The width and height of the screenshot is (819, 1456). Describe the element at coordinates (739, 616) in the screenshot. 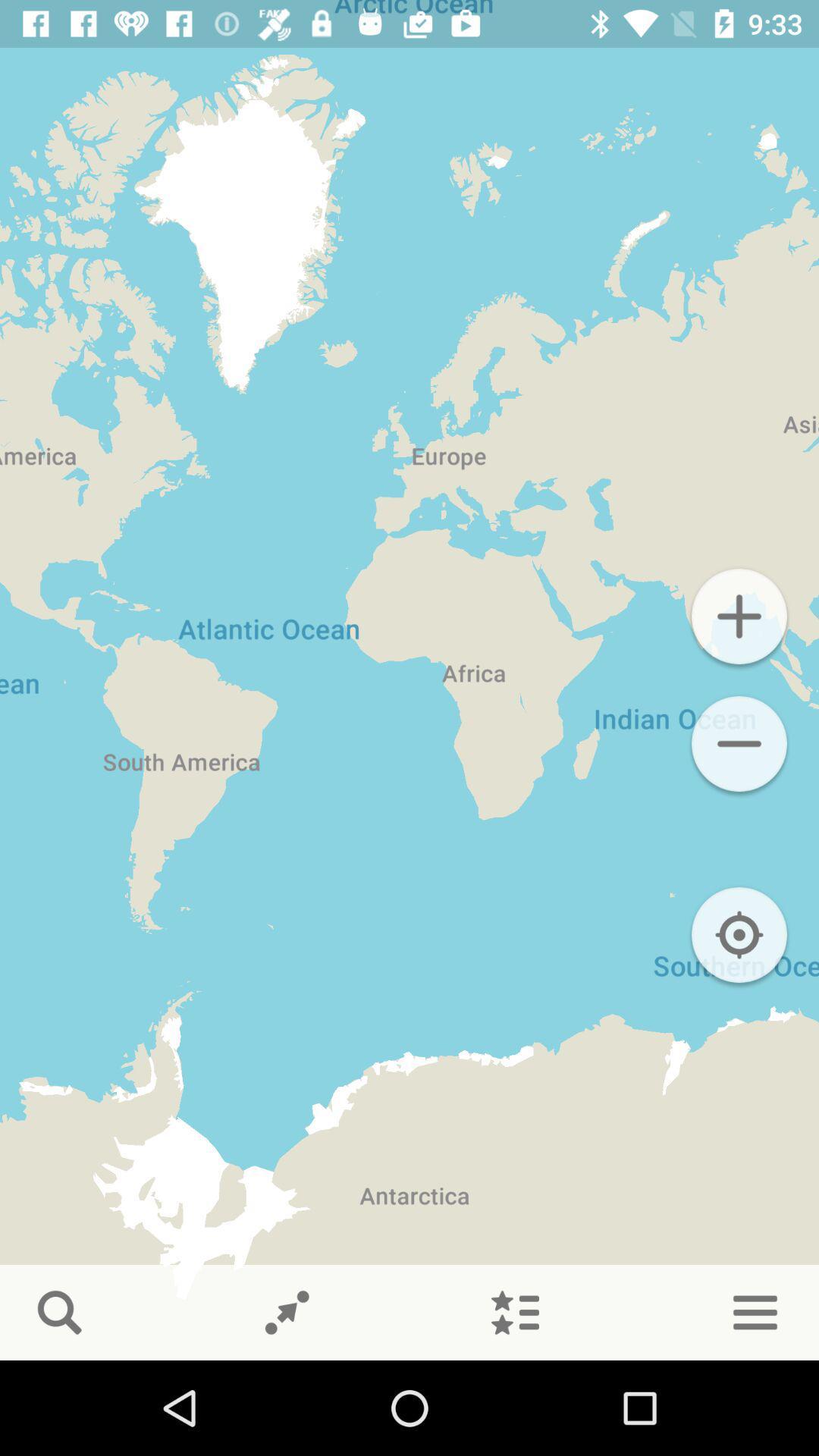

I see `button` at that location.